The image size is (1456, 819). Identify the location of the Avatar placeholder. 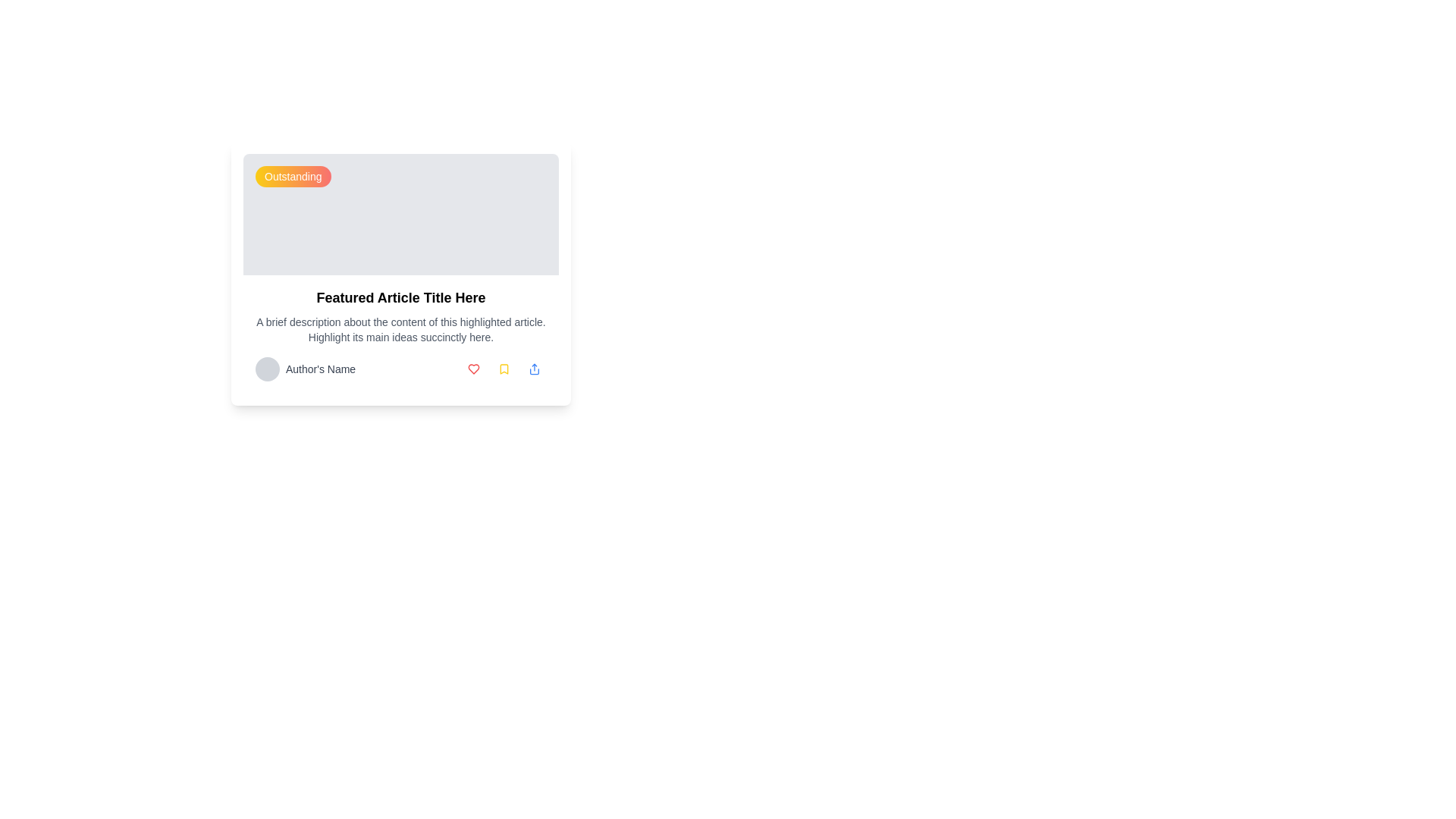
(268, 369).